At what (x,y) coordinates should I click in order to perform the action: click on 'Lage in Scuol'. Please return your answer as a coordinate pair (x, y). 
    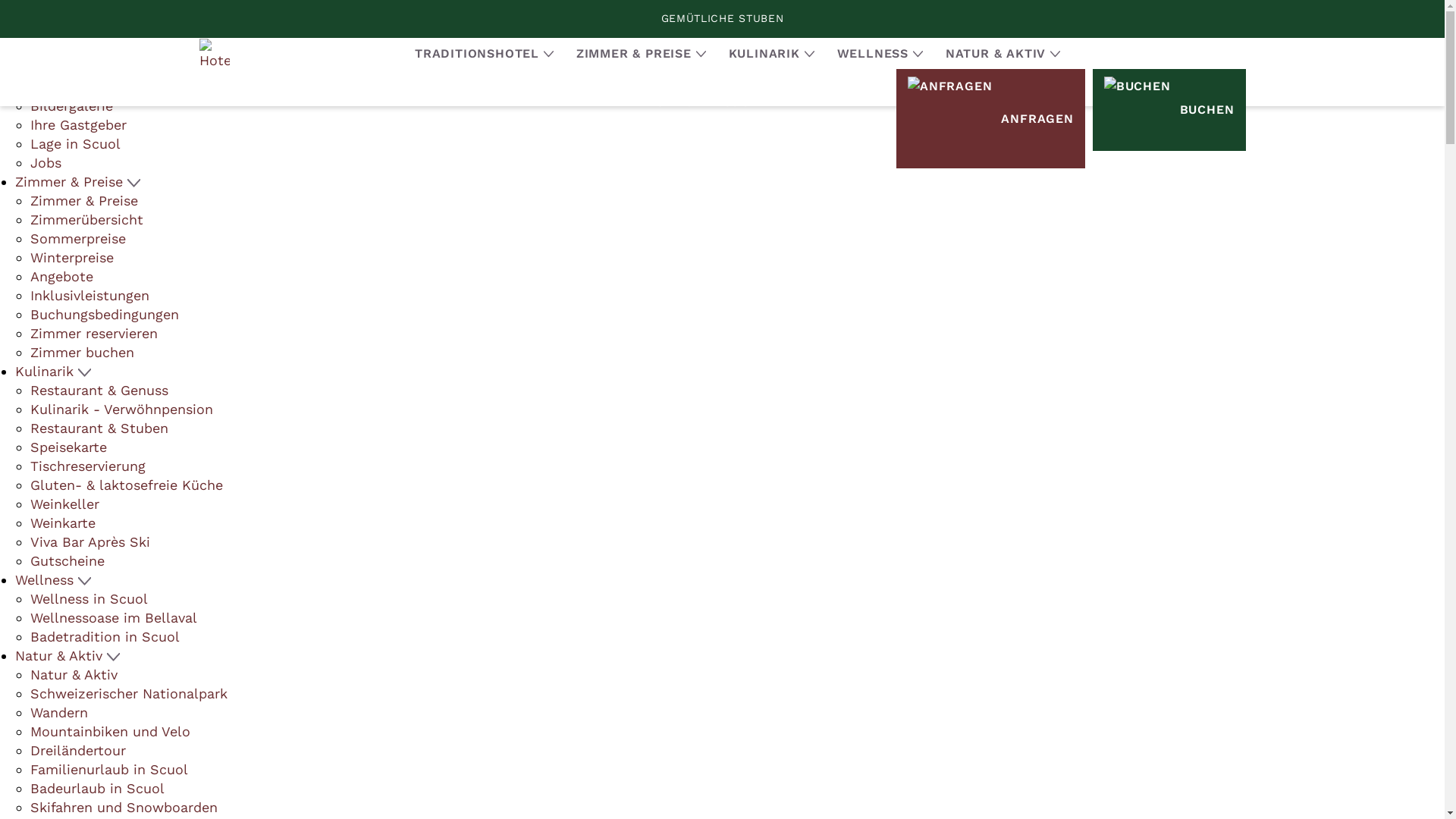
    Looking at the image, I should click on (74, 143).